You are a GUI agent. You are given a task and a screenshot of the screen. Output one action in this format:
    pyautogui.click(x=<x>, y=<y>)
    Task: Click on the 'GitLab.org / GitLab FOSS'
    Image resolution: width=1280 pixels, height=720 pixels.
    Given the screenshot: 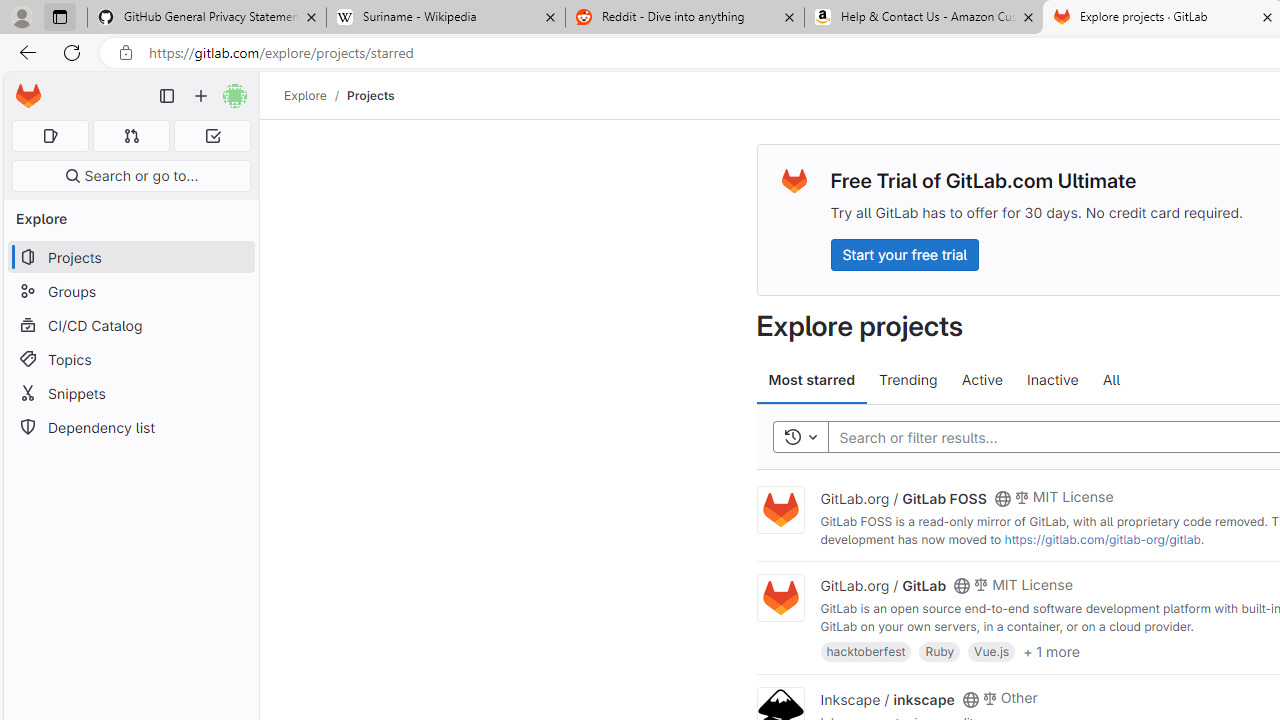 What is the action you would take?
    pyautogui.click(x=902, y=496)
    